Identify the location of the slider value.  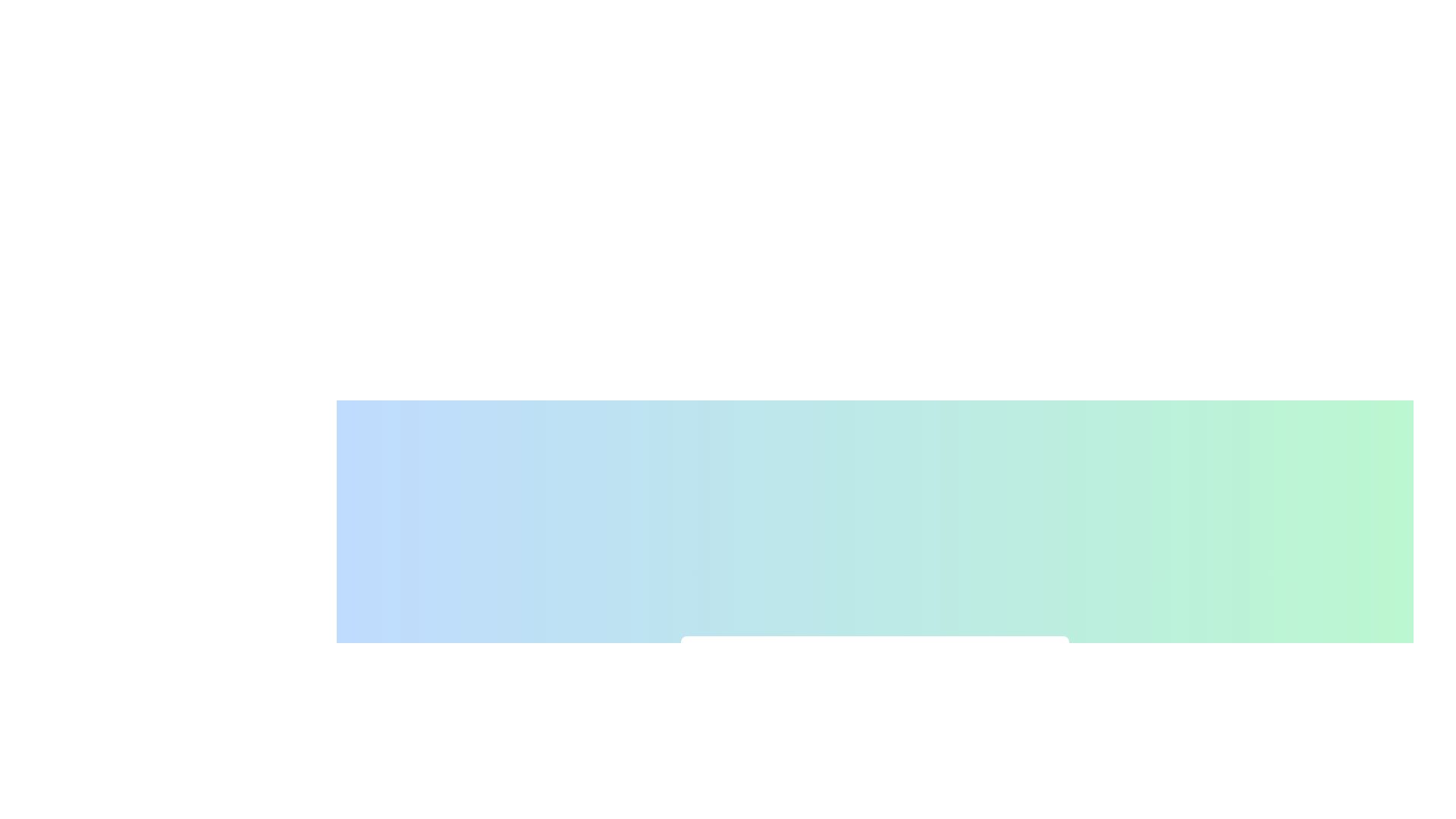
(1004, 741).